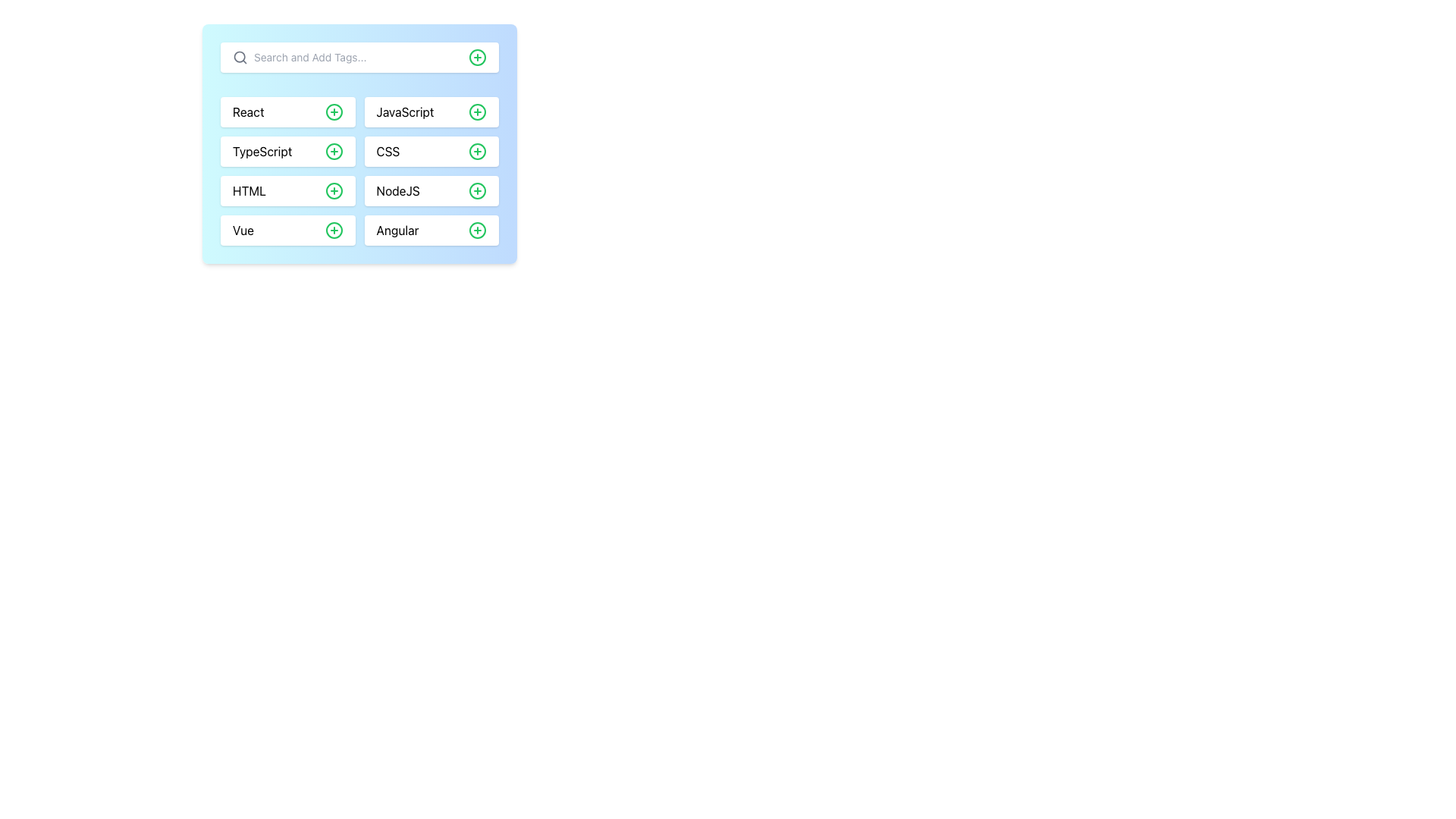  Describe the element at coordinates (333, 231) in the screenshot. I see `the button located to the right side of the 'Vue' label in the options list` at that location.